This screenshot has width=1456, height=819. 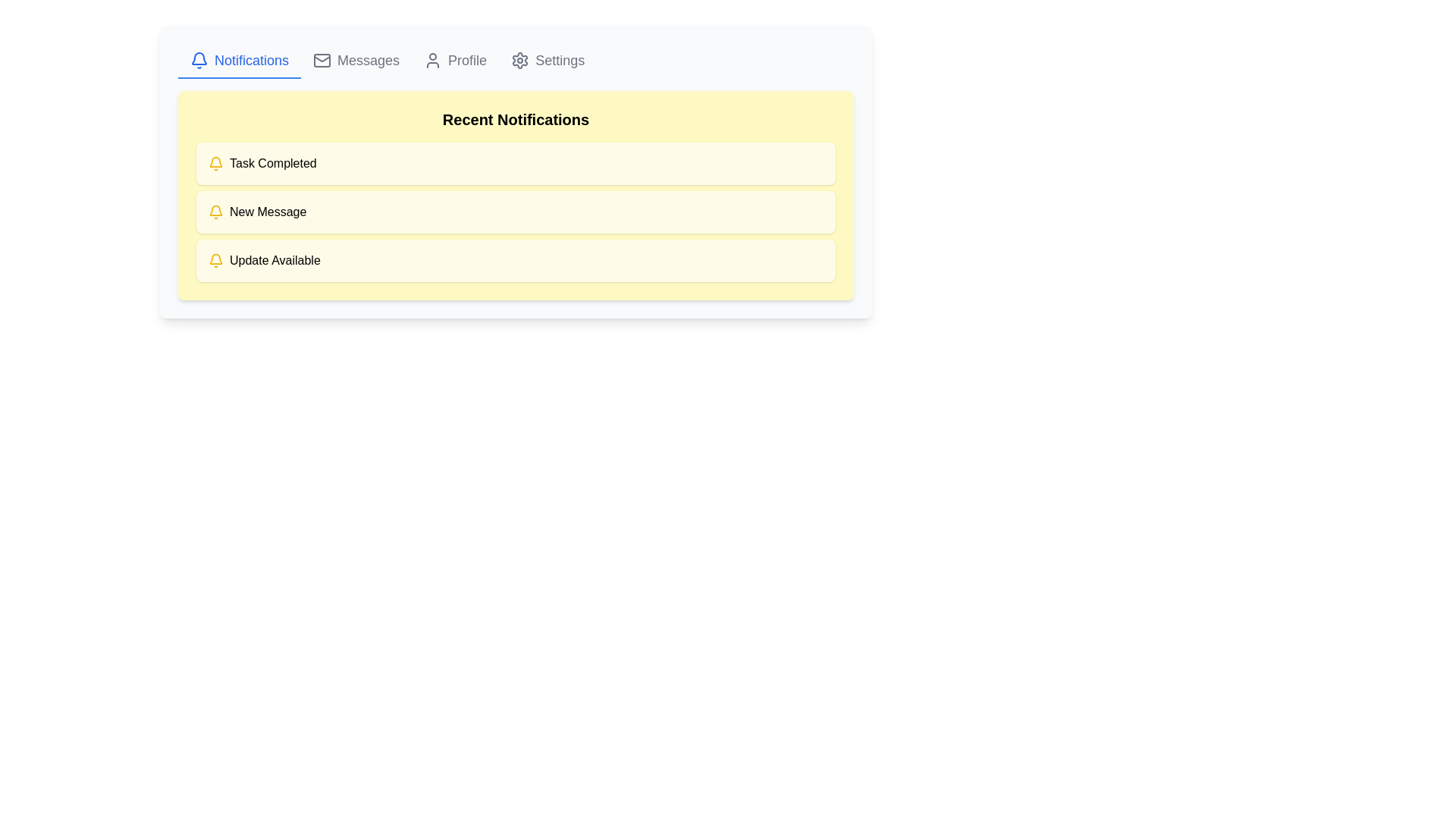 What do you see at coordinates (215, 259) in the screenshot?
I see `the yellow bell icon located within the 'Update Available' notification block for context` at bounding box center [215, 259].